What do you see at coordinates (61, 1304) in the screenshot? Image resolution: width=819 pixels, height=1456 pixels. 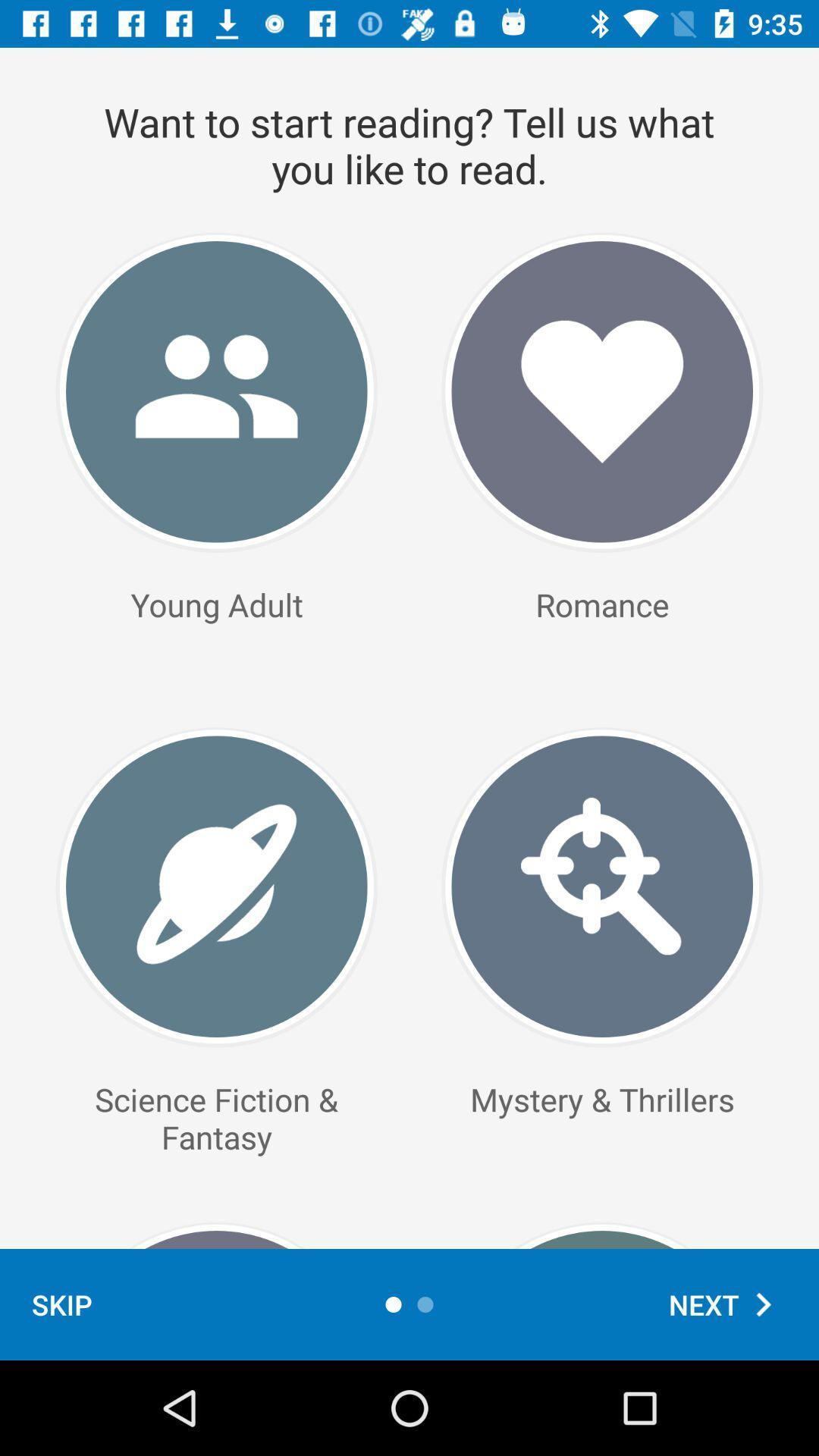 I see `icon below science fiction & fantasy item` at bounding box center [61, 1304].